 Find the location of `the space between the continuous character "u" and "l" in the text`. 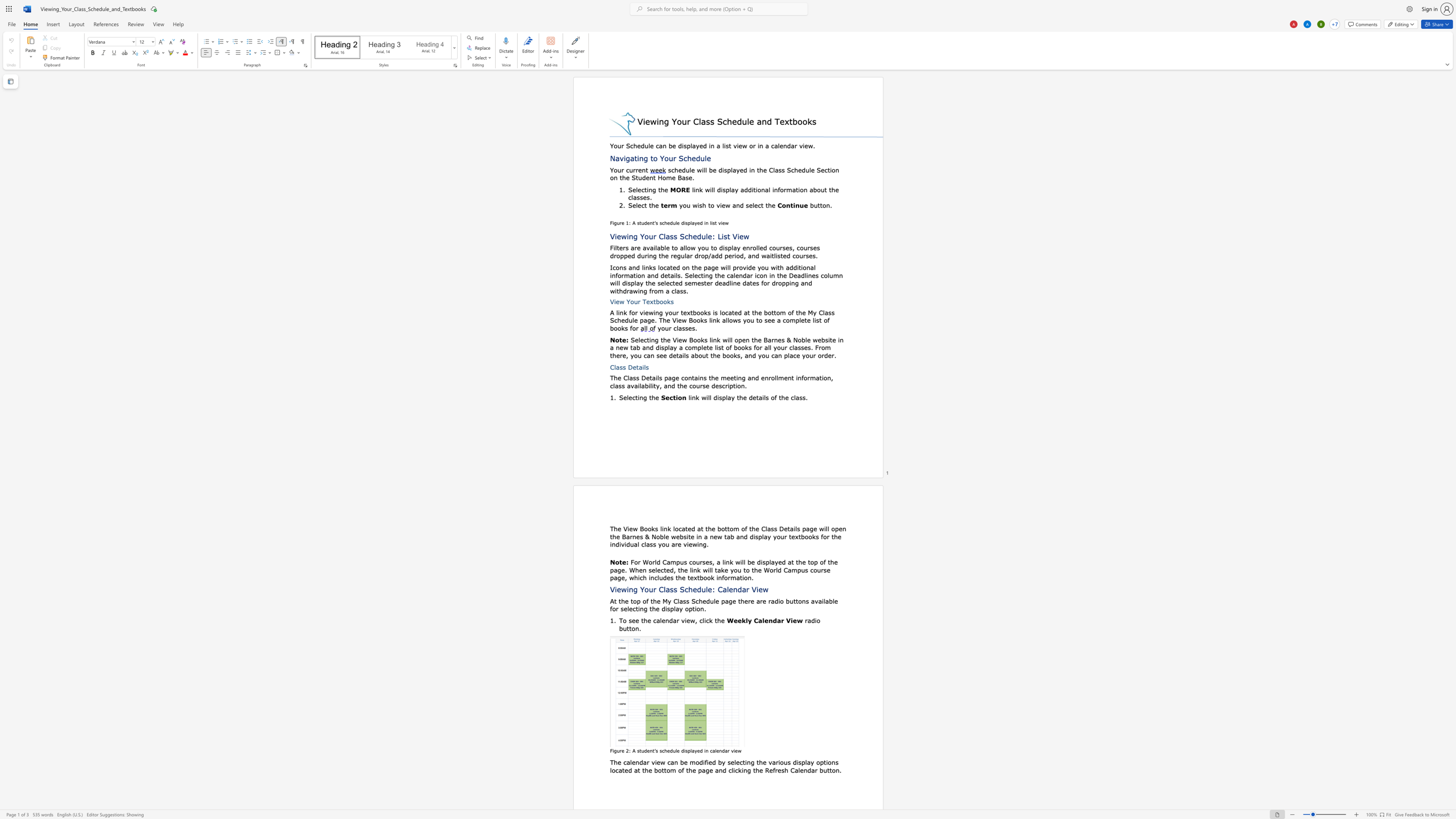

the space between the continuous character "u" and "l" in the text is located at coordinates (704, 589).